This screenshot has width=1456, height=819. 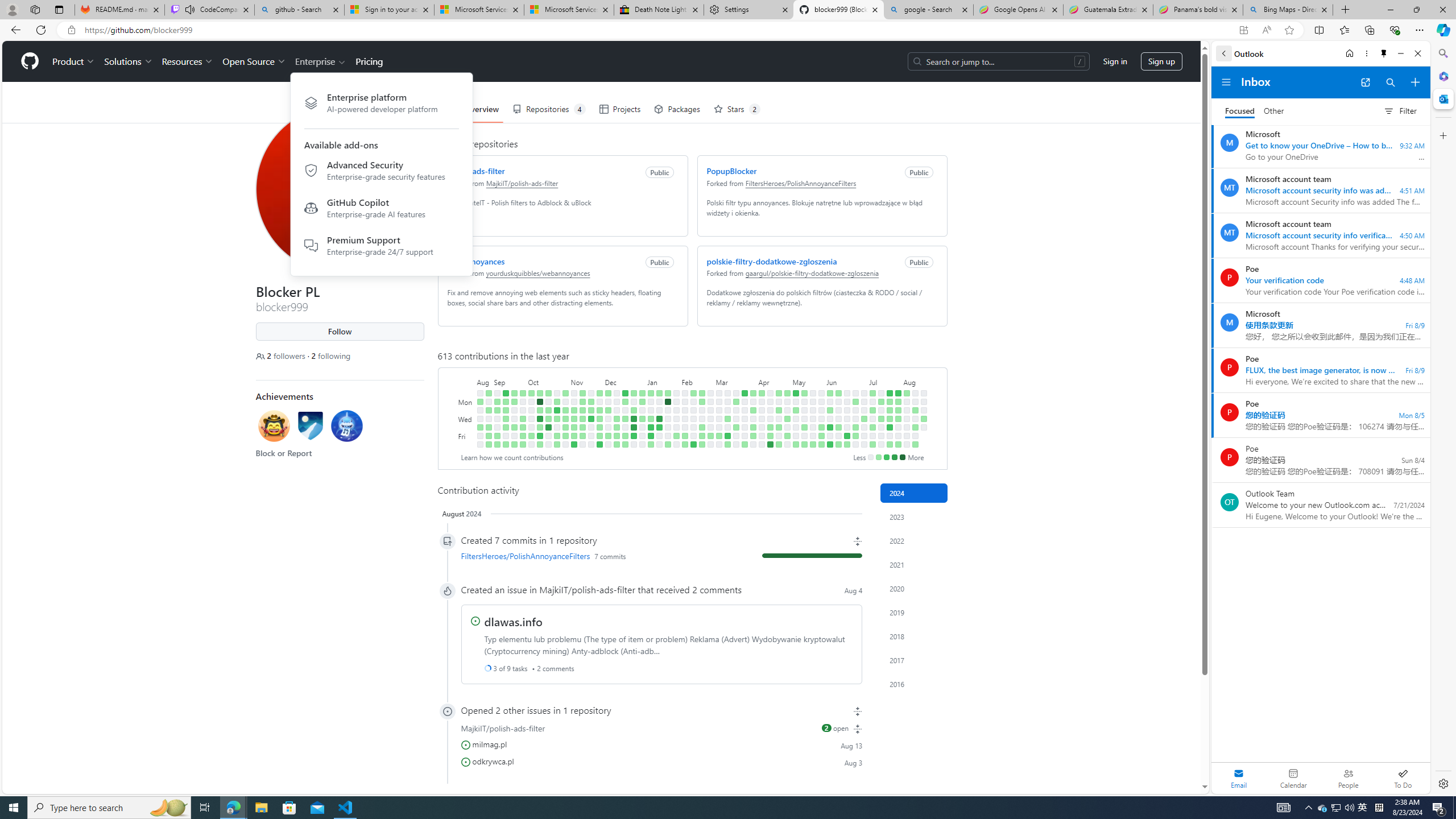 I want to click on 'No contributions on April 26th.', so click(x=777, y=435).